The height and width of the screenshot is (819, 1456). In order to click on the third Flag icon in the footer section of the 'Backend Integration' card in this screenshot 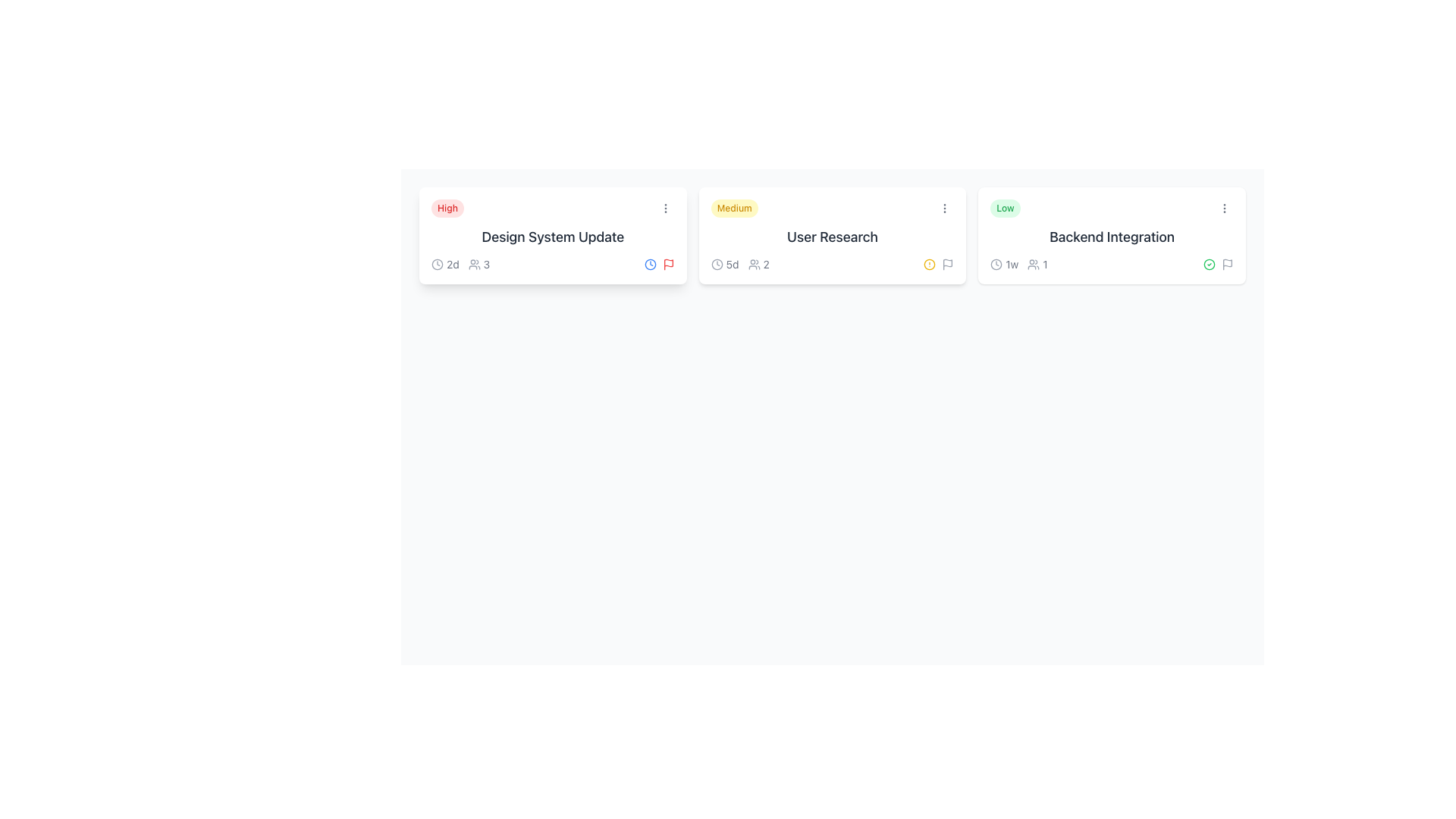, I will do `click(1227, 263)`.